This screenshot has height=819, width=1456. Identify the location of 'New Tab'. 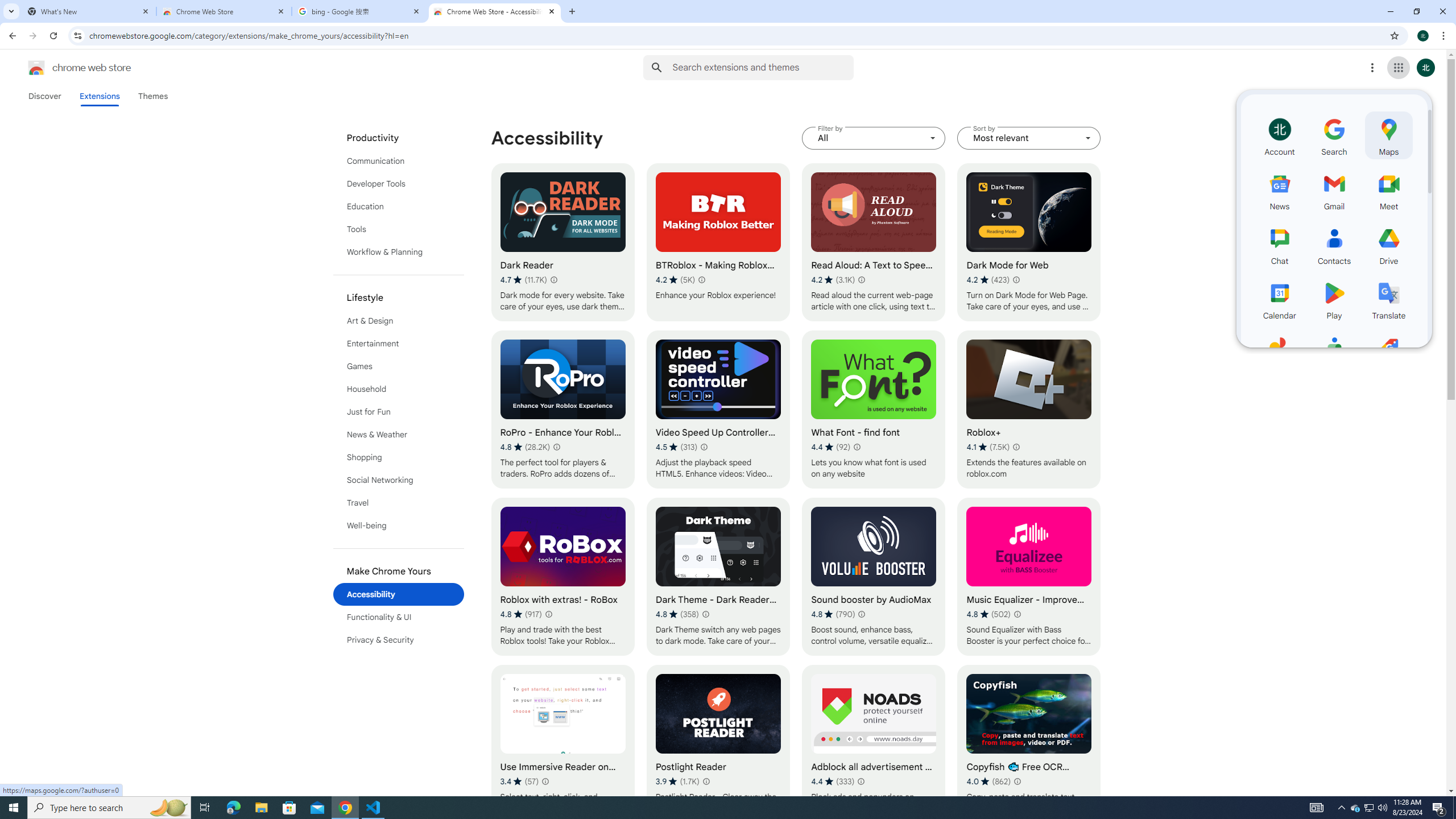
(572, 11).